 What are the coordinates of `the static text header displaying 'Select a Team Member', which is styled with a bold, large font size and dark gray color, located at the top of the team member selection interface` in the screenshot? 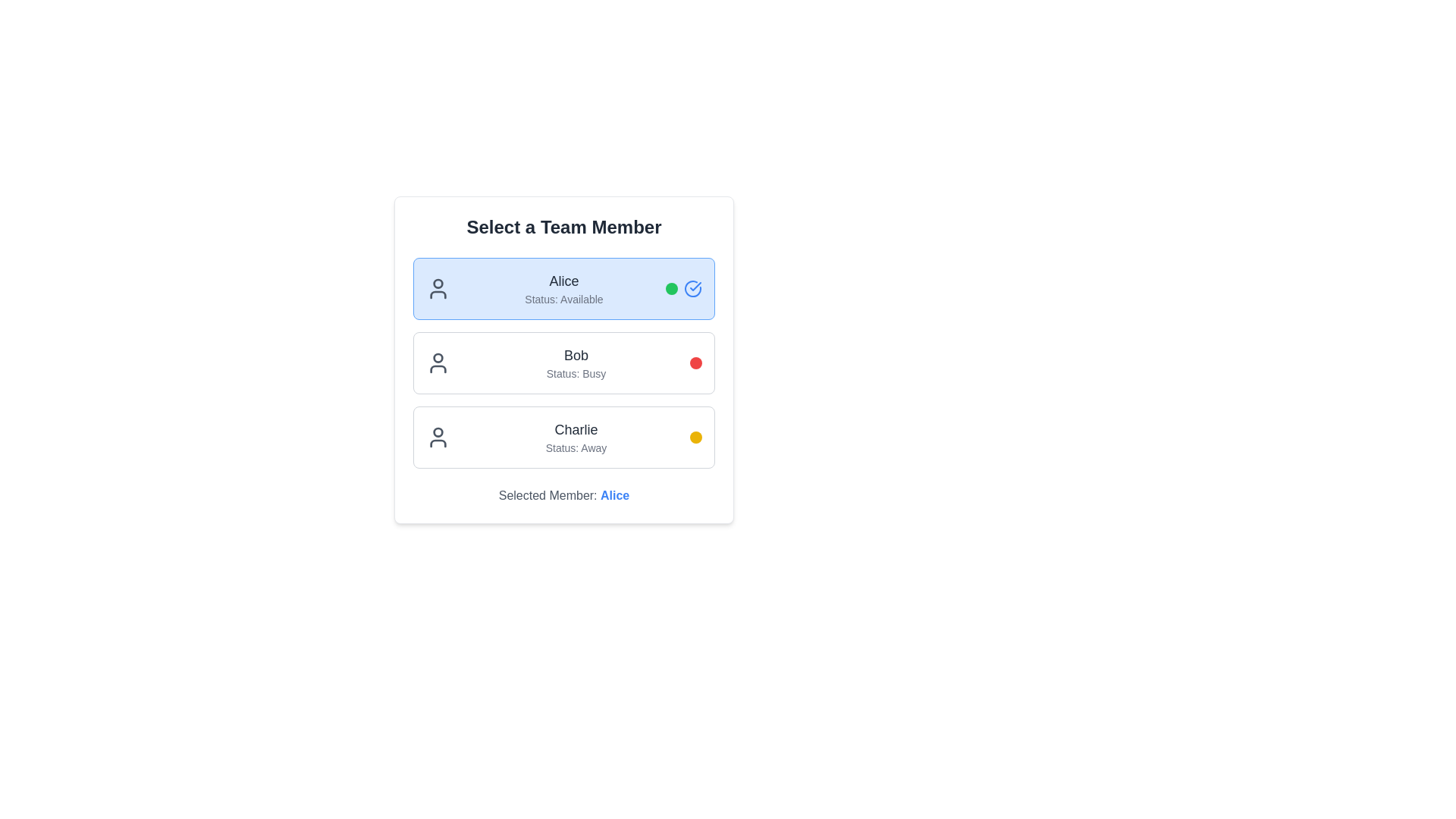 It's located at (563, 227).